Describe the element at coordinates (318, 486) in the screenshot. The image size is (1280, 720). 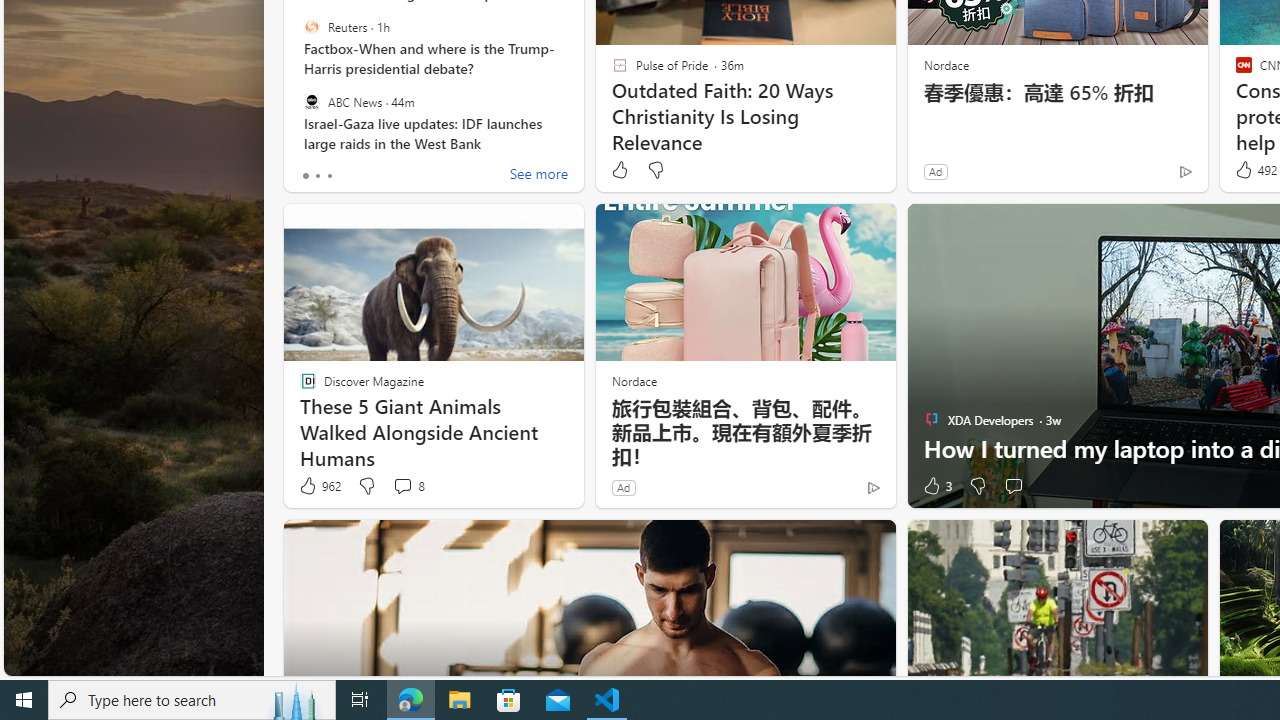
I see `'962 Like'` at that location.